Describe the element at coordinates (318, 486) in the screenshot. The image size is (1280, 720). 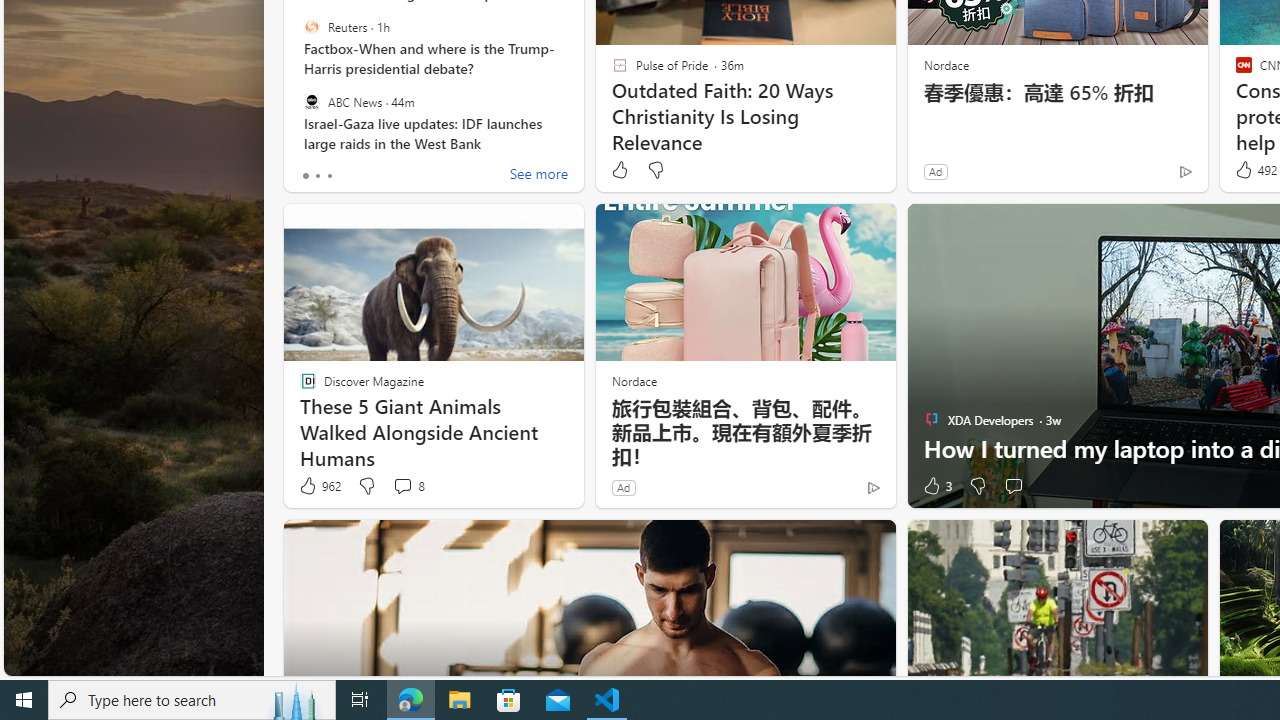
I see `'962 Like'` at that location.